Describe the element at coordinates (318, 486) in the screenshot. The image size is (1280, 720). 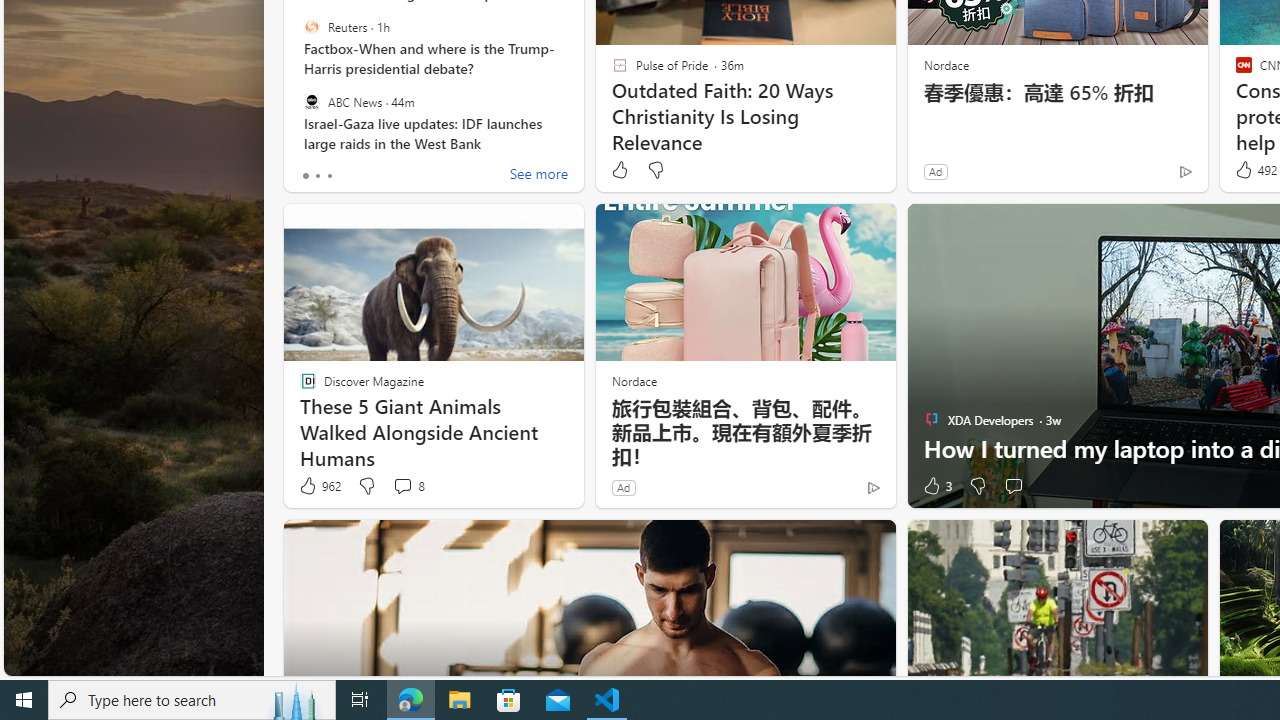
I see `'962 Like'` at that location.